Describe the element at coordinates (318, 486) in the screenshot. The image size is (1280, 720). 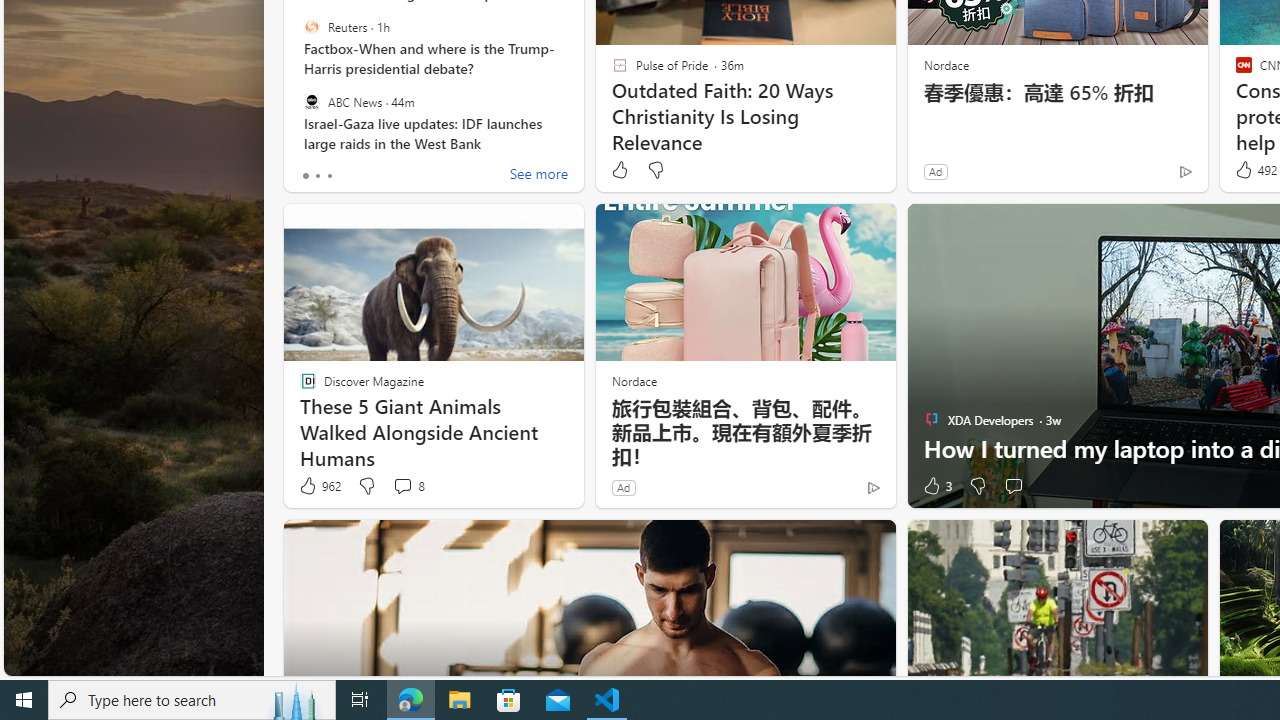
I see `'962 Like'` at that location.